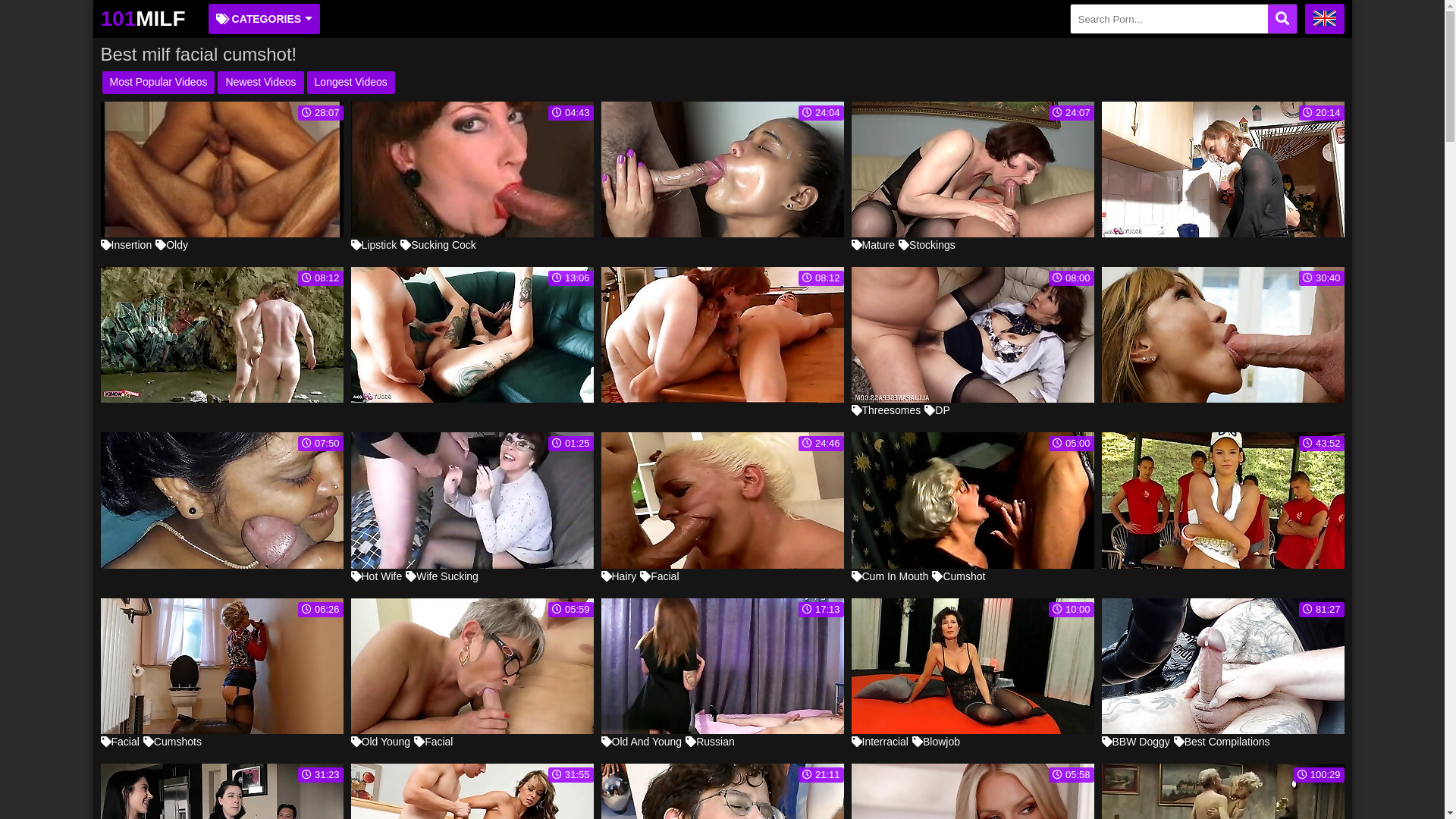 Image resolution: width=1456 pixels, height=819 pixels. What do you see at coordinates (912, 741) in the screenshot?
I see `'Blowjob'` at bounding box center [912, 741].